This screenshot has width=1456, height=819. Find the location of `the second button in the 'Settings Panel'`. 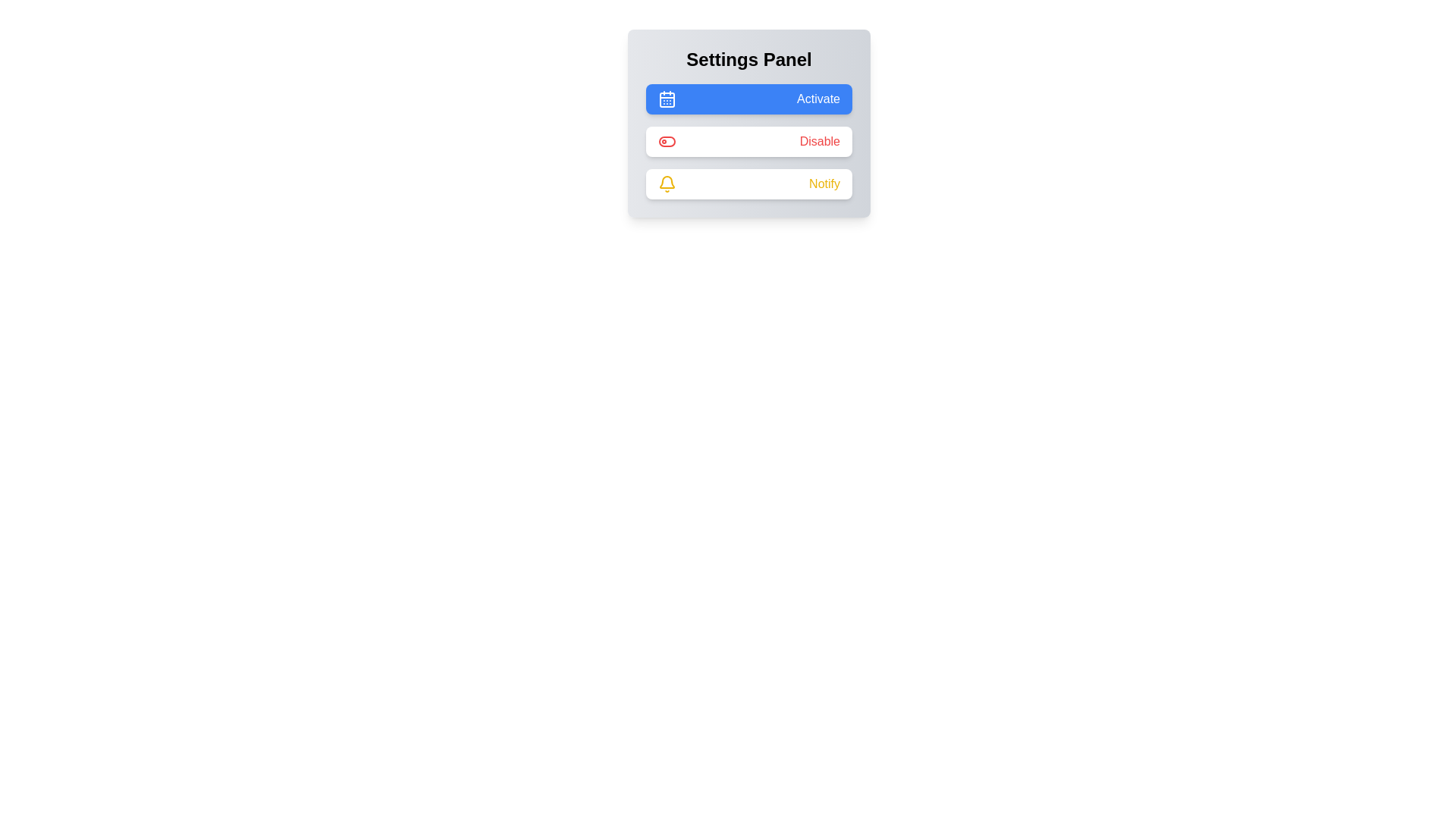

the second button in the 'Settings Panel' is located at coordinates (749, 141).